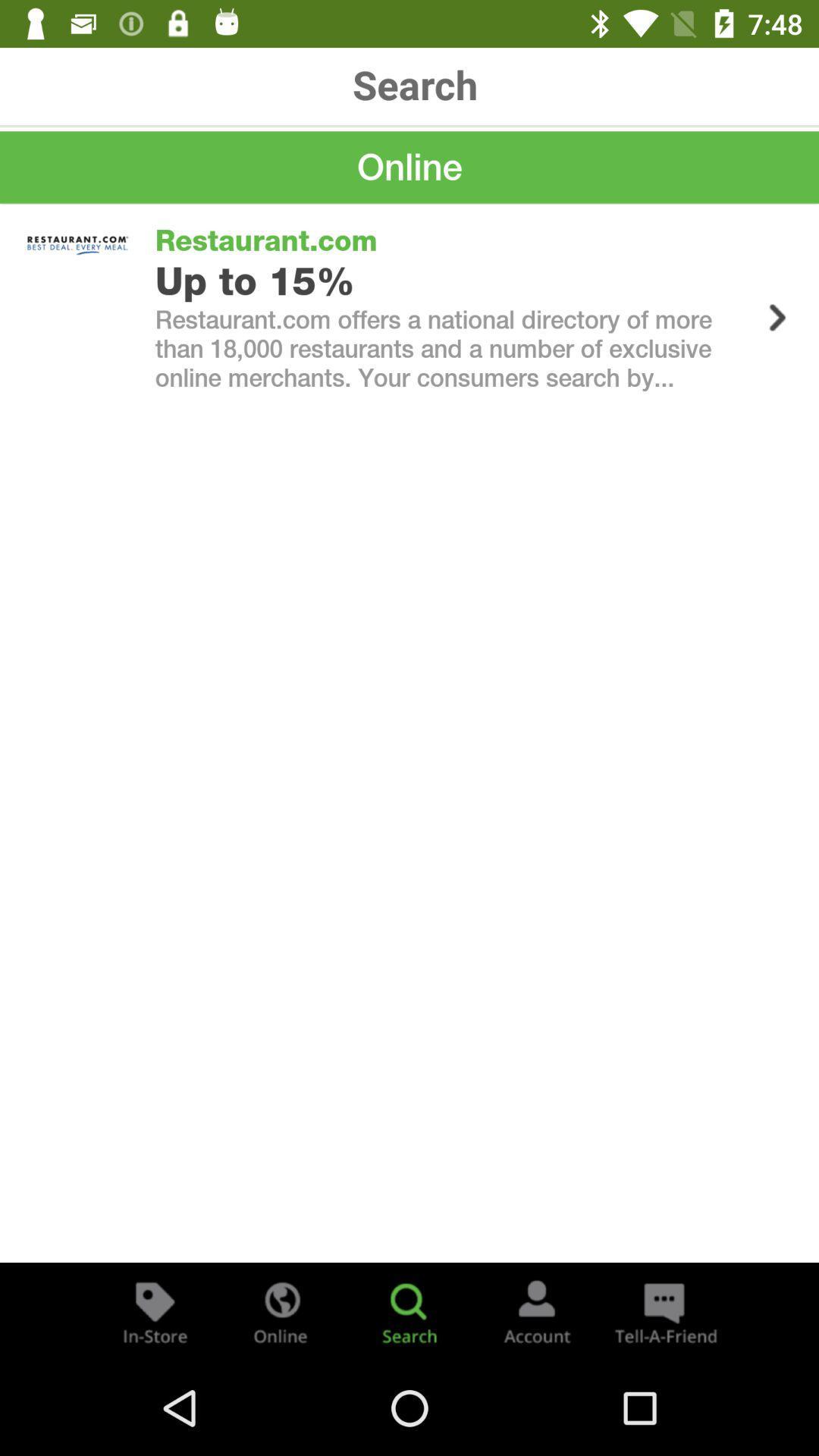 This screenshot has width=819, height=1456. What do you see at coordinates (663, 1310) in the screenshot?
I see `the chat icon` at bounding box center [663, 1310].